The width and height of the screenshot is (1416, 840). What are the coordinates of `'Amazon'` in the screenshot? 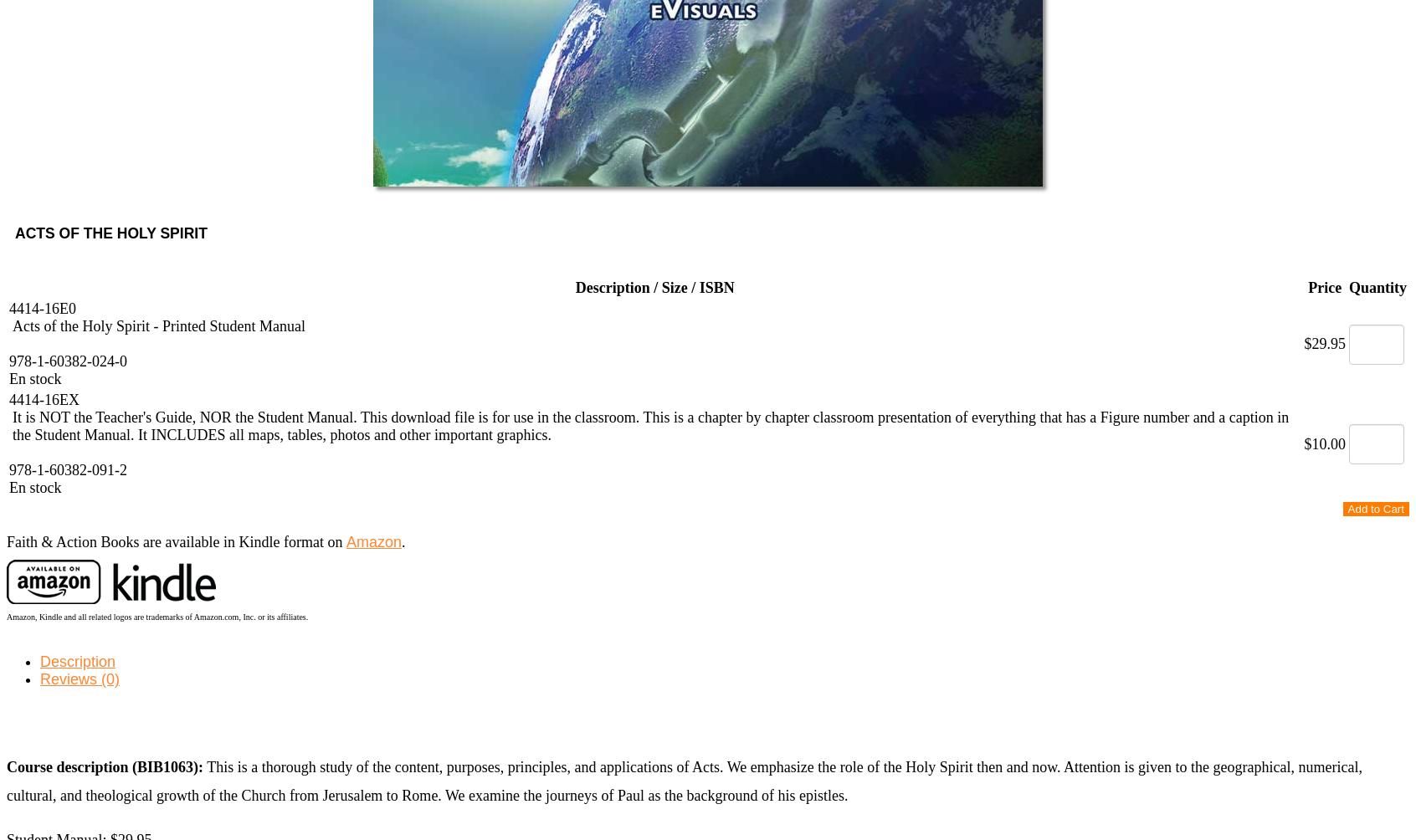 It's located at (372, 540).